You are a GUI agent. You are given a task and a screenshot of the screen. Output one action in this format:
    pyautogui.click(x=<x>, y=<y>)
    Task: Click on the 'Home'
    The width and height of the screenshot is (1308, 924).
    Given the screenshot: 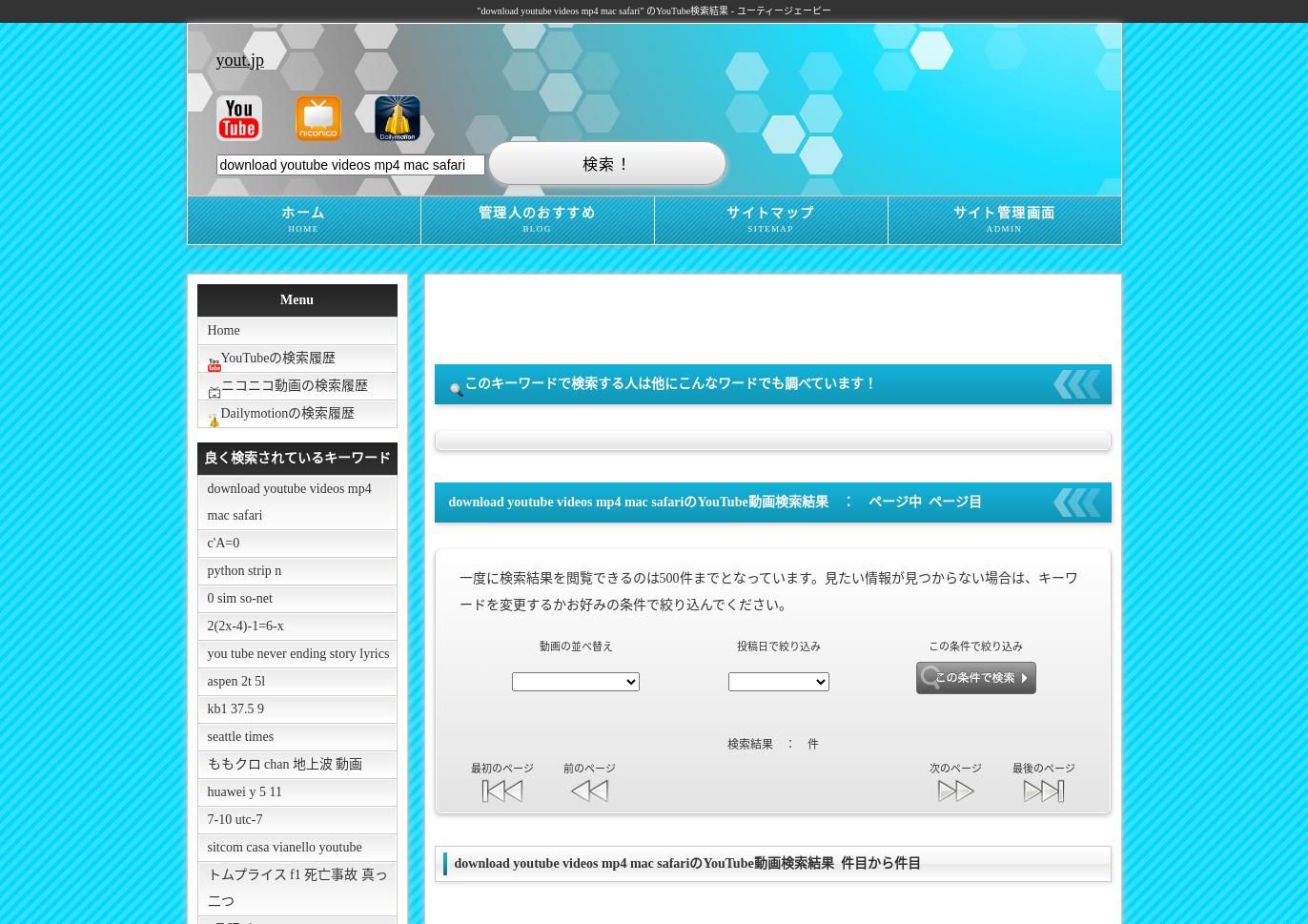 What is the action you would take?
    pyautogui.click(x=223, y=329)
    